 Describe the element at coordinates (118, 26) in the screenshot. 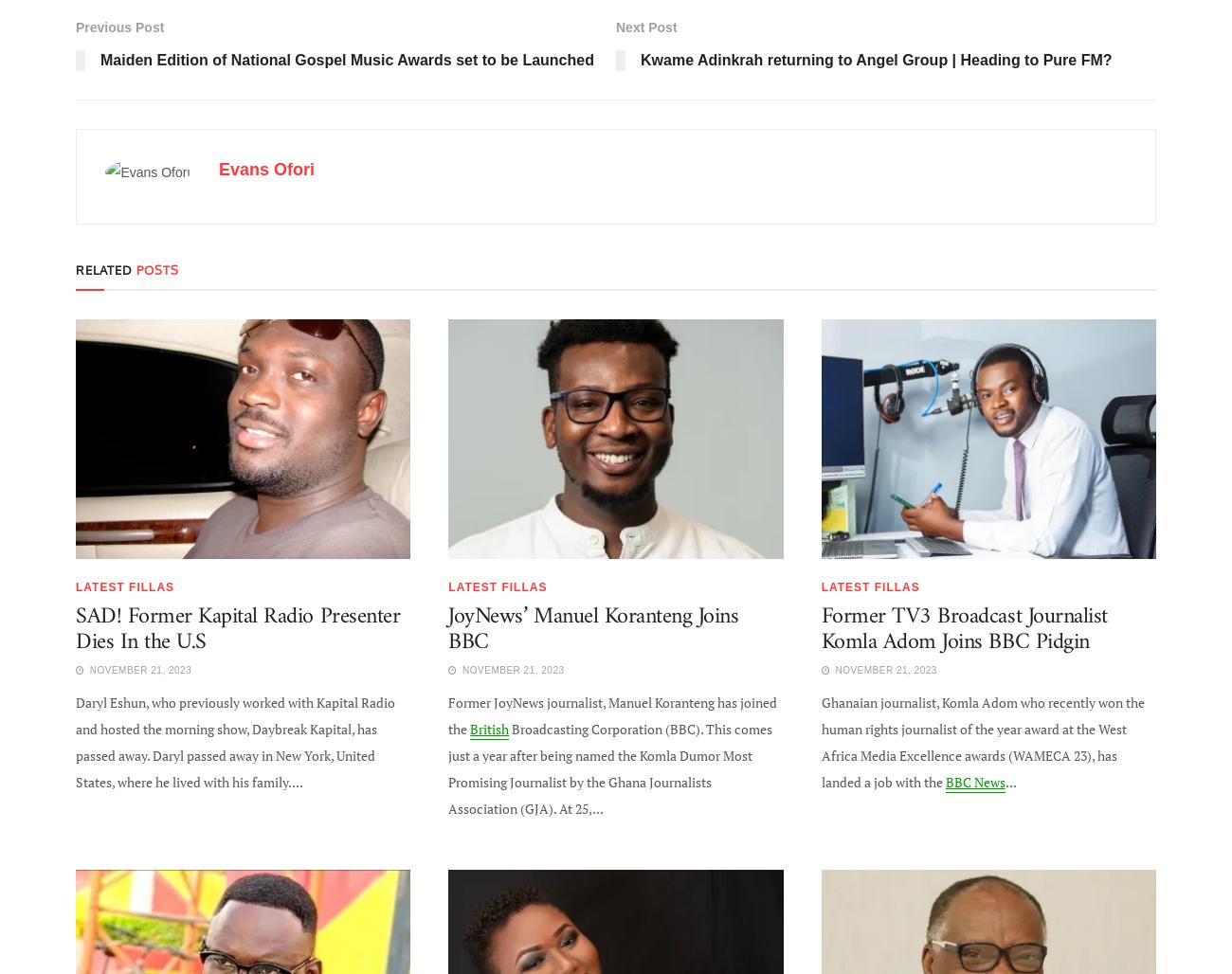

I see `'Previous Post'` at that location.